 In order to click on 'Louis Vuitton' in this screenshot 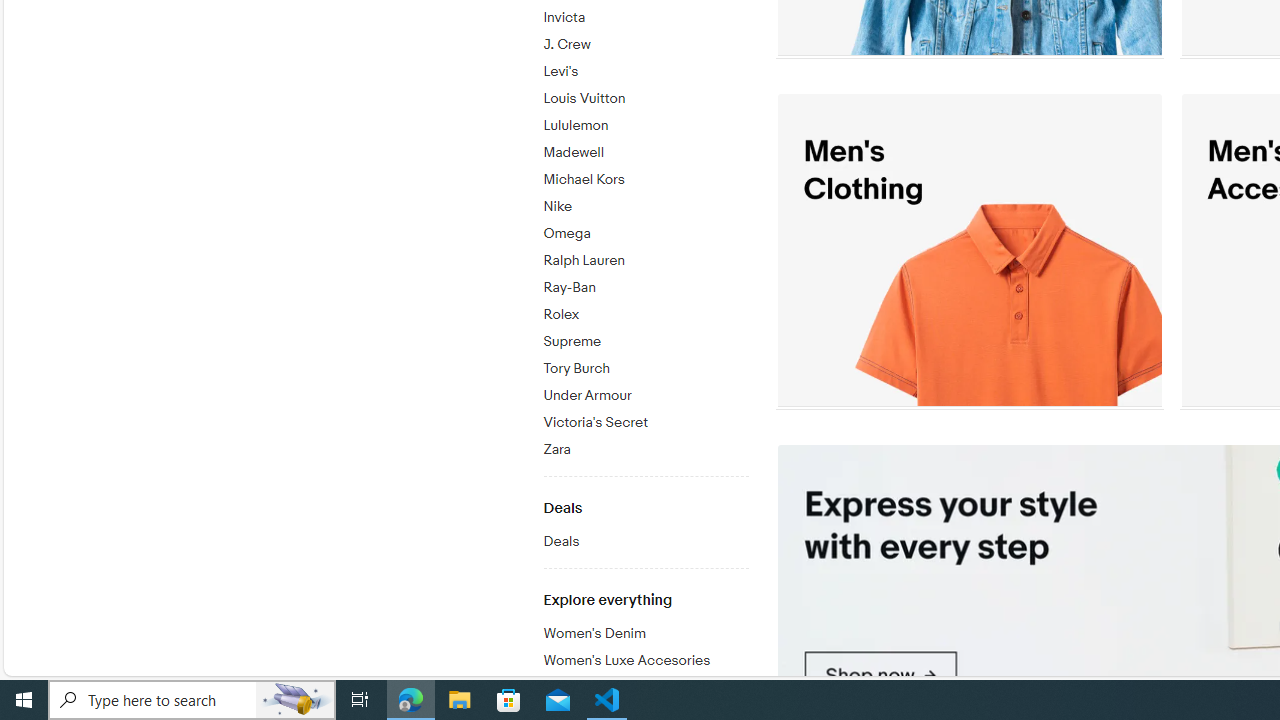, I will do `click(645, 95)`.